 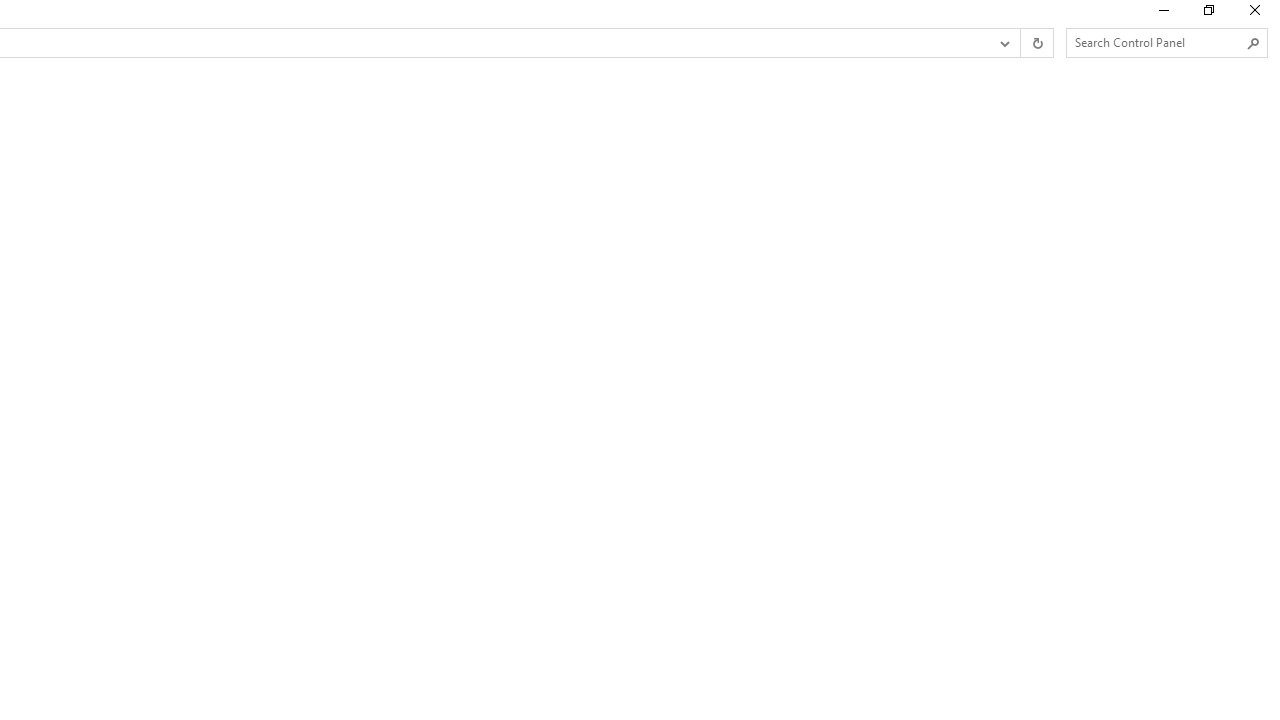 What do you see at coordinates (1003, 43) in the screenshot?
I see `'Previous Locations'` at bounding box center [1003, 43].